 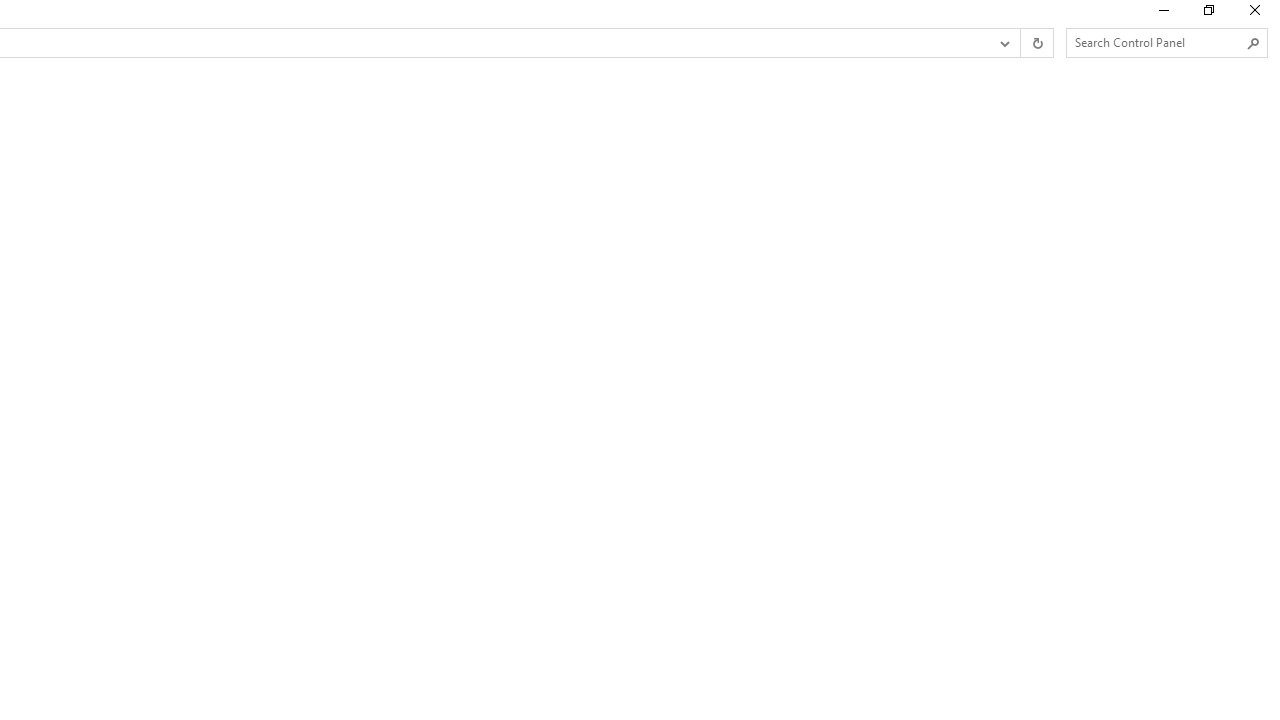 What do you see at coordinates (1003, 43) in the screenshot?
I see `'Previous Locations'` at bounding box center [1003, 43].